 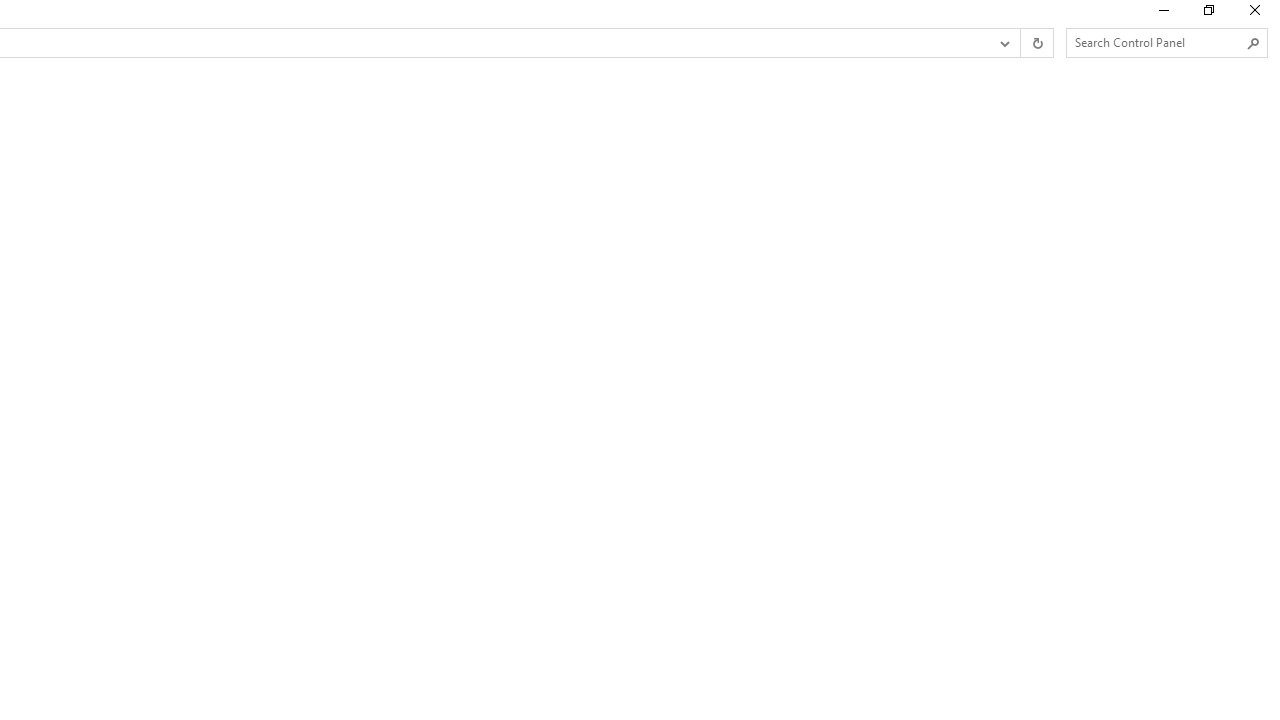 What do you see at coordinates (1003, 43) in the screenshot?
I see `'Previous Locations'` at bounding box center [1003, 43].